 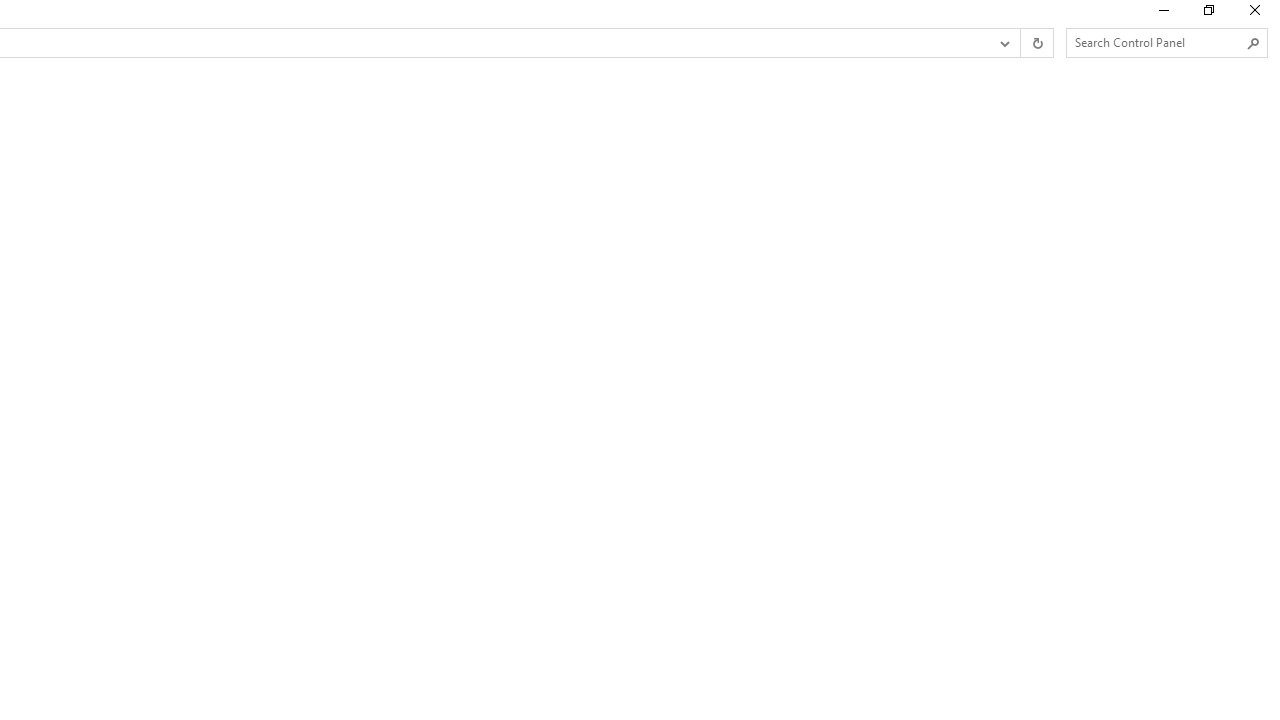 What do you see at coordinates (1003, 43) in the screenshot?
I see `'Previous Locations'` at bounding box center [1003, 43].